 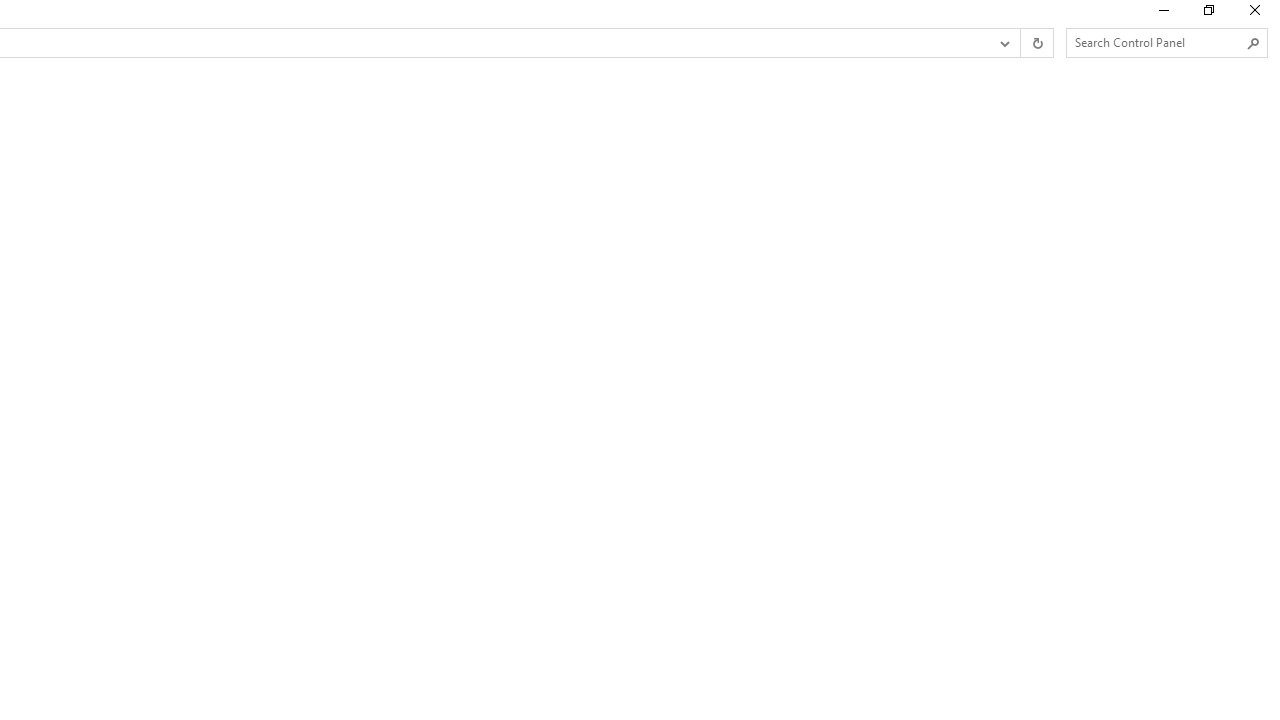 What do you see at coordinates (1003, 43) in the screenshot?
I see `'Previous Locations'` at bounding box center [1003, 43].